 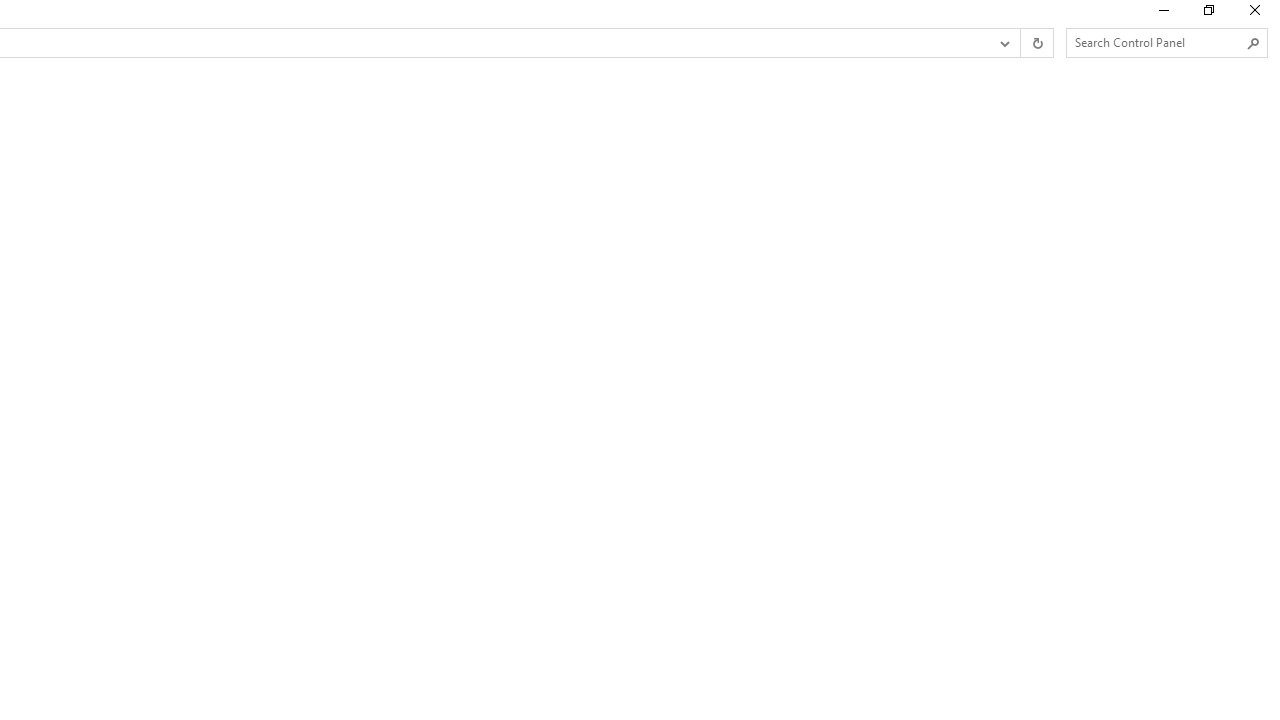 What do you see at coordinates (1003, 43) in the screenshot?
I see `'Previous Locations'` at bounding box center [1003, 43].